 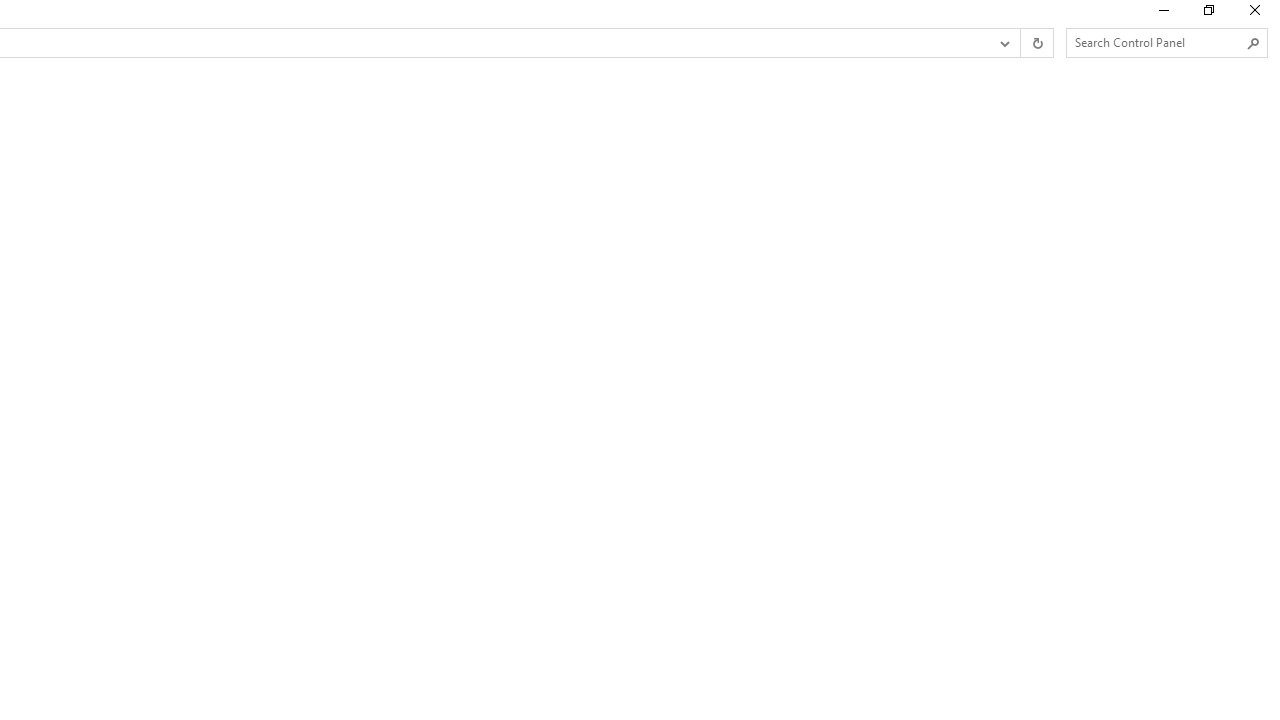 What do you see at coordinates (1003, 43) in the screenshot?
I see `'Previous Locations'` at bounding box center [1003, 43].